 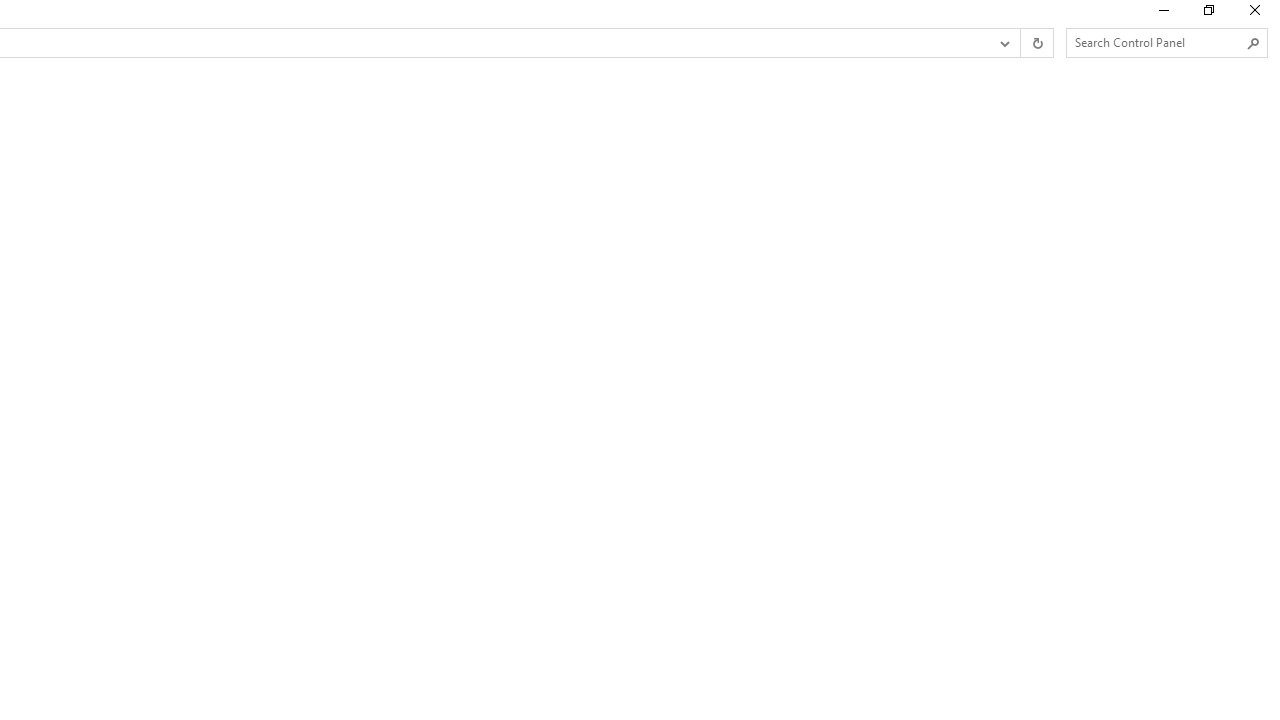 What do you see at coordinates (1003, 43) in the screenshot?
I see `'Previous Locations'` at bounding box center [1003, 43].